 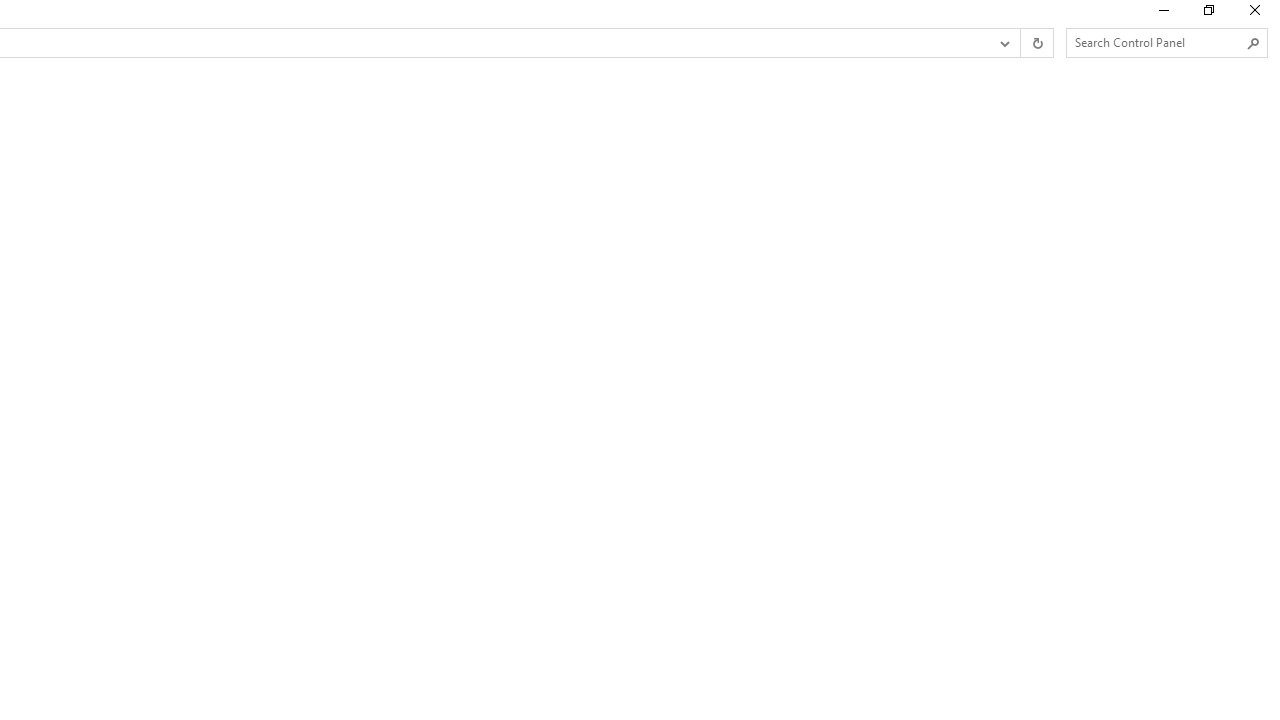 What do you see at coordinates (1003, 43) in the screenshot?
I see `'Previous Locations'` at bounding box center [1003, 43].